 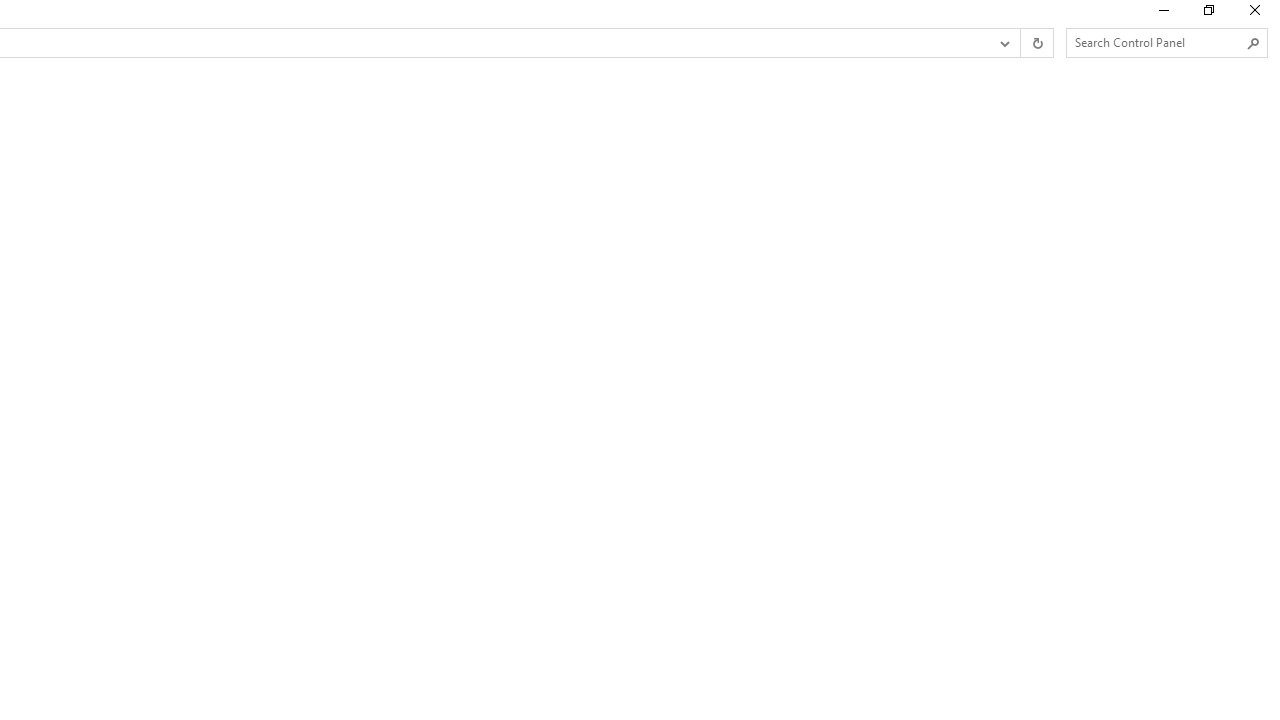 What do you see at coordinates (1003, 43) in the screenshot?
I see `'Previous Locations'` at bounding box center [1003, 43].